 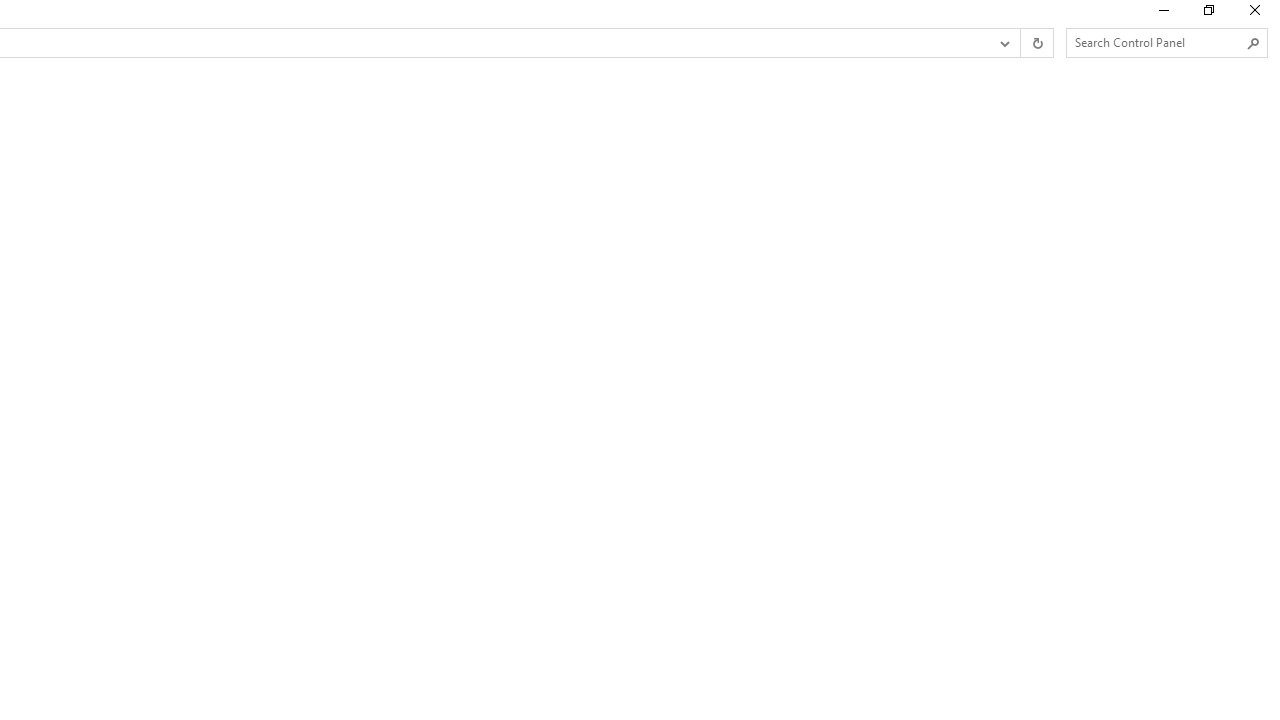 What do you see at coordinates (1003, 43) in the screenshot?
I see `'Previous Locations'` at bounding box center [1003, 43].